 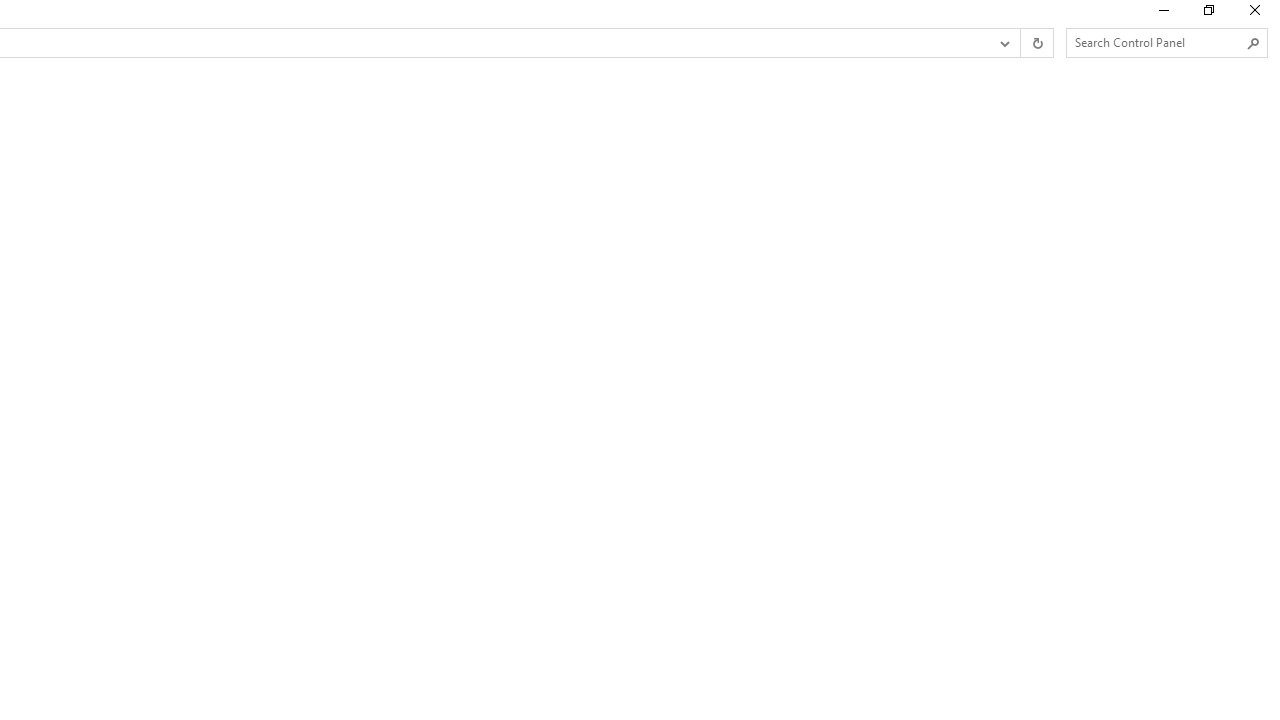 What do you see at coordinates (1003, 43) in the screenshot?
I see `'Previous Locations'` at bounding box center [1003, 43].